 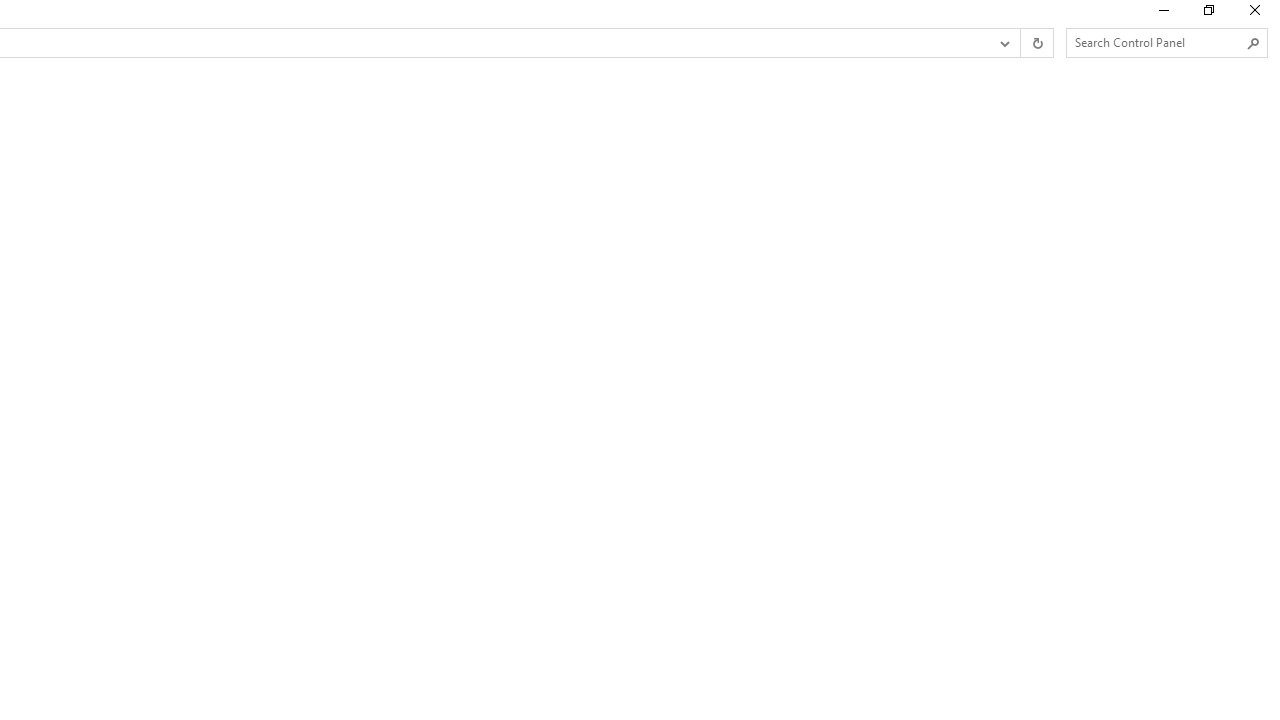 What do you see at coordinates (1003, 43) in the screenshot?
I see `'Previous Locations'` at bounding box center [1003, 43].